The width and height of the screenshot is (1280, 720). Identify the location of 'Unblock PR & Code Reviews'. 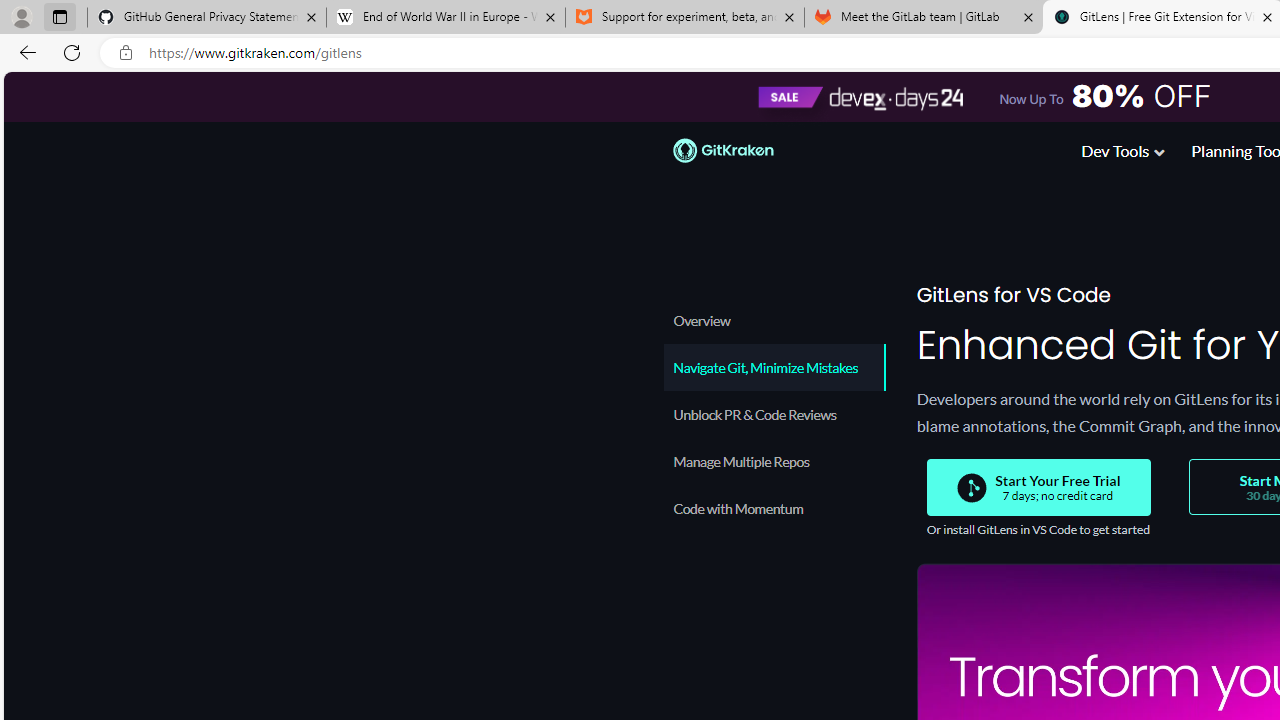
(773, 413).